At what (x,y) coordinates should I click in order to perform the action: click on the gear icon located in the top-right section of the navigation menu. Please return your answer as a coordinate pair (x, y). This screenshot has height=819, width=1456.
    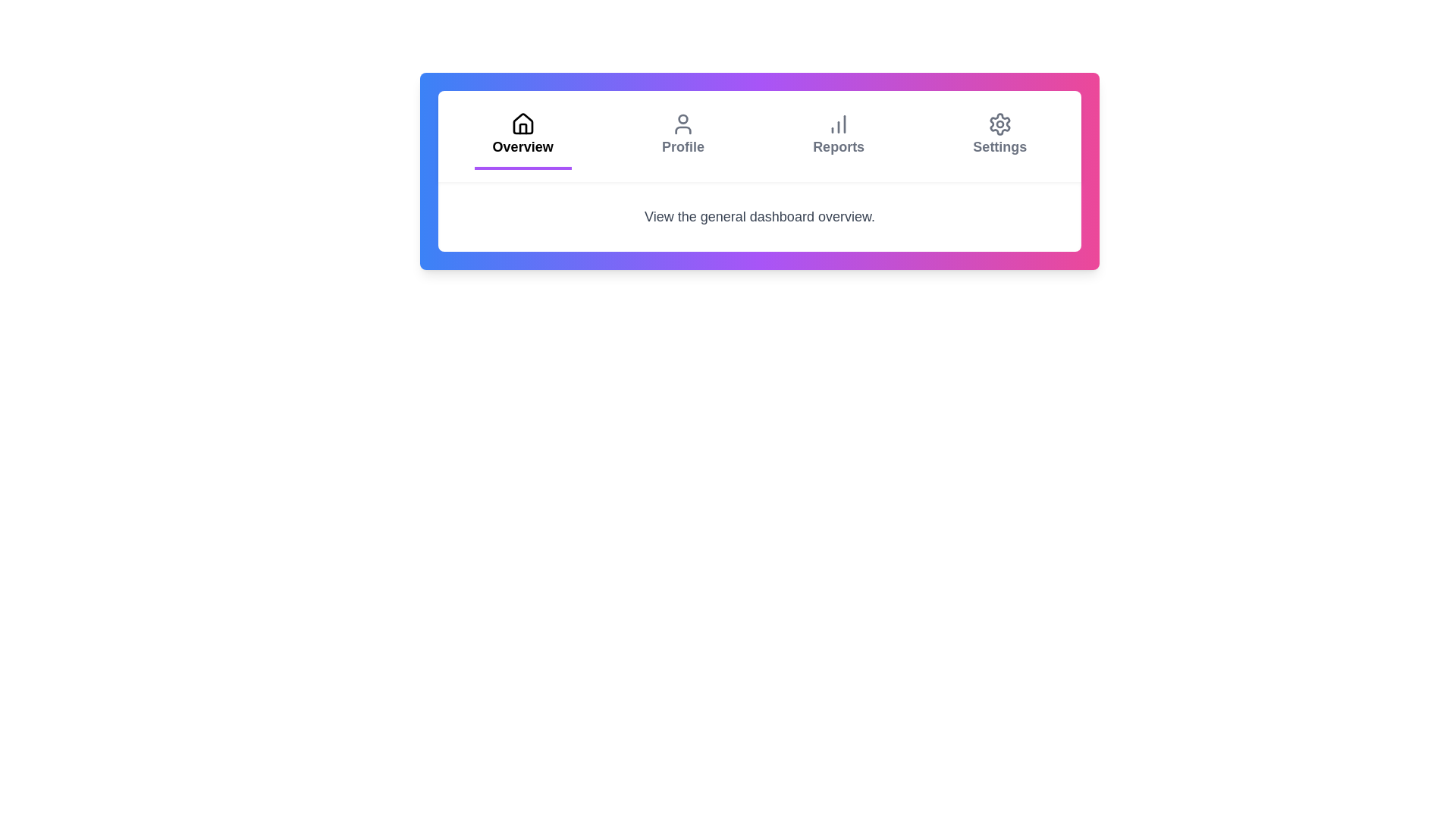
    Looking at the image, I should click on (999, 124).